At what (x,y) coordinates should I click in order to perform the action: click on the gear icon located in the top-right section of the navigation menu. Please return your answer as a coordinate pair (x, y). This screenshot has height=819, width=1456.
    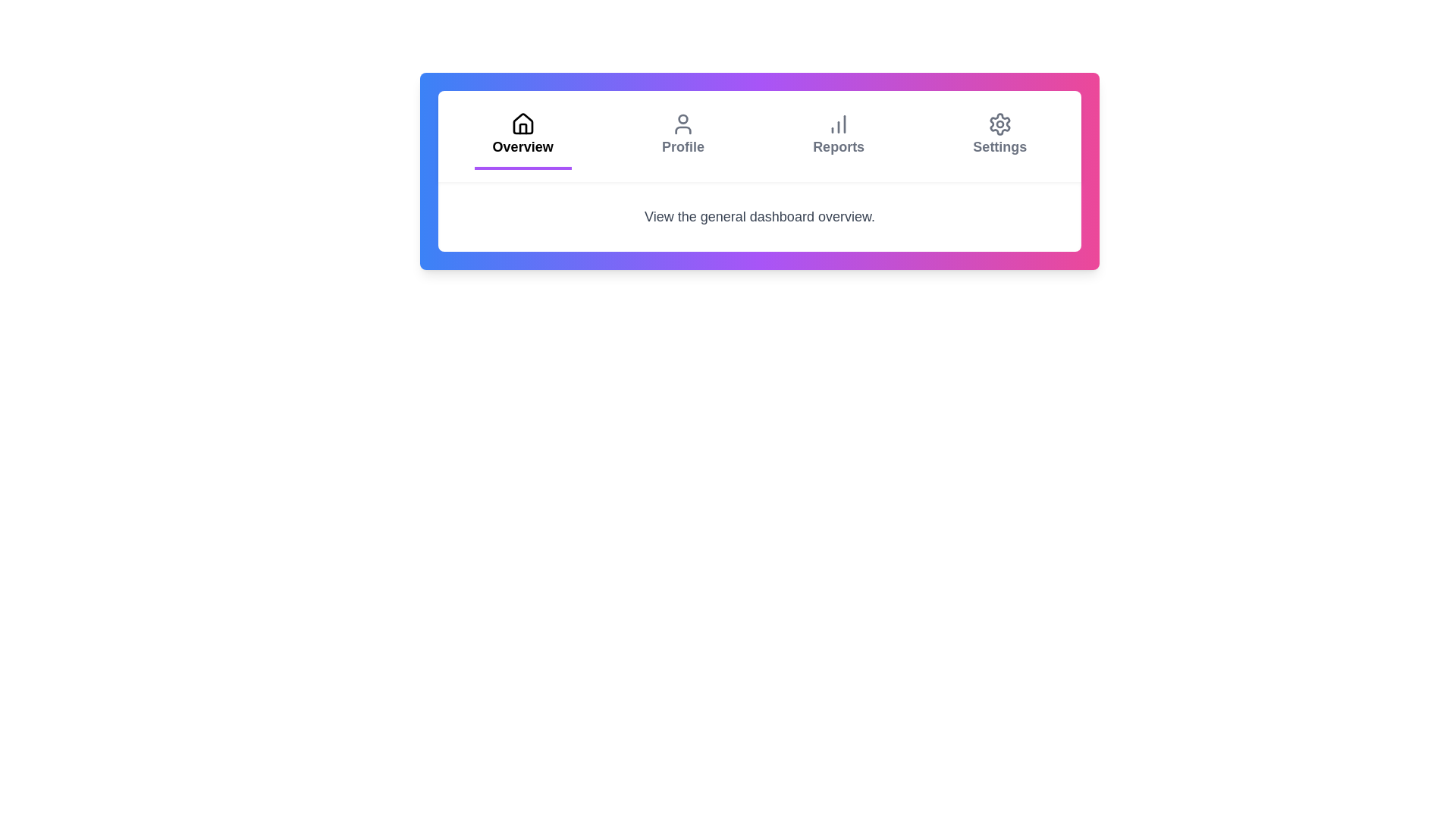
    Looking at the image, I should click on (999, 124).